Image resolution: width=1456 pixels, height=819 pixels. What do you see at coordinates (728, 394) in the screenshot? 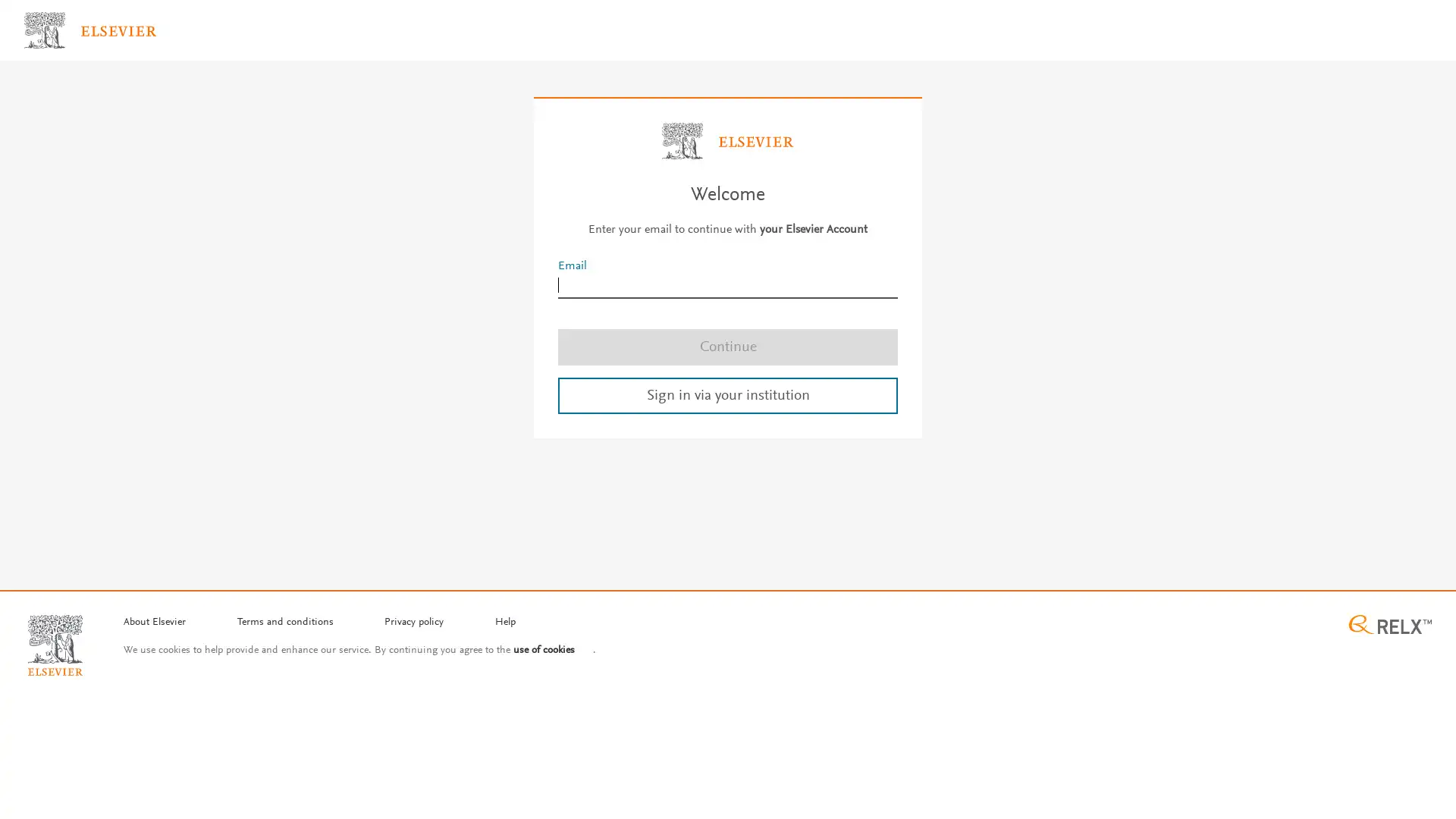
I see `Sign in via your institution` at bounding box center [728, 394].